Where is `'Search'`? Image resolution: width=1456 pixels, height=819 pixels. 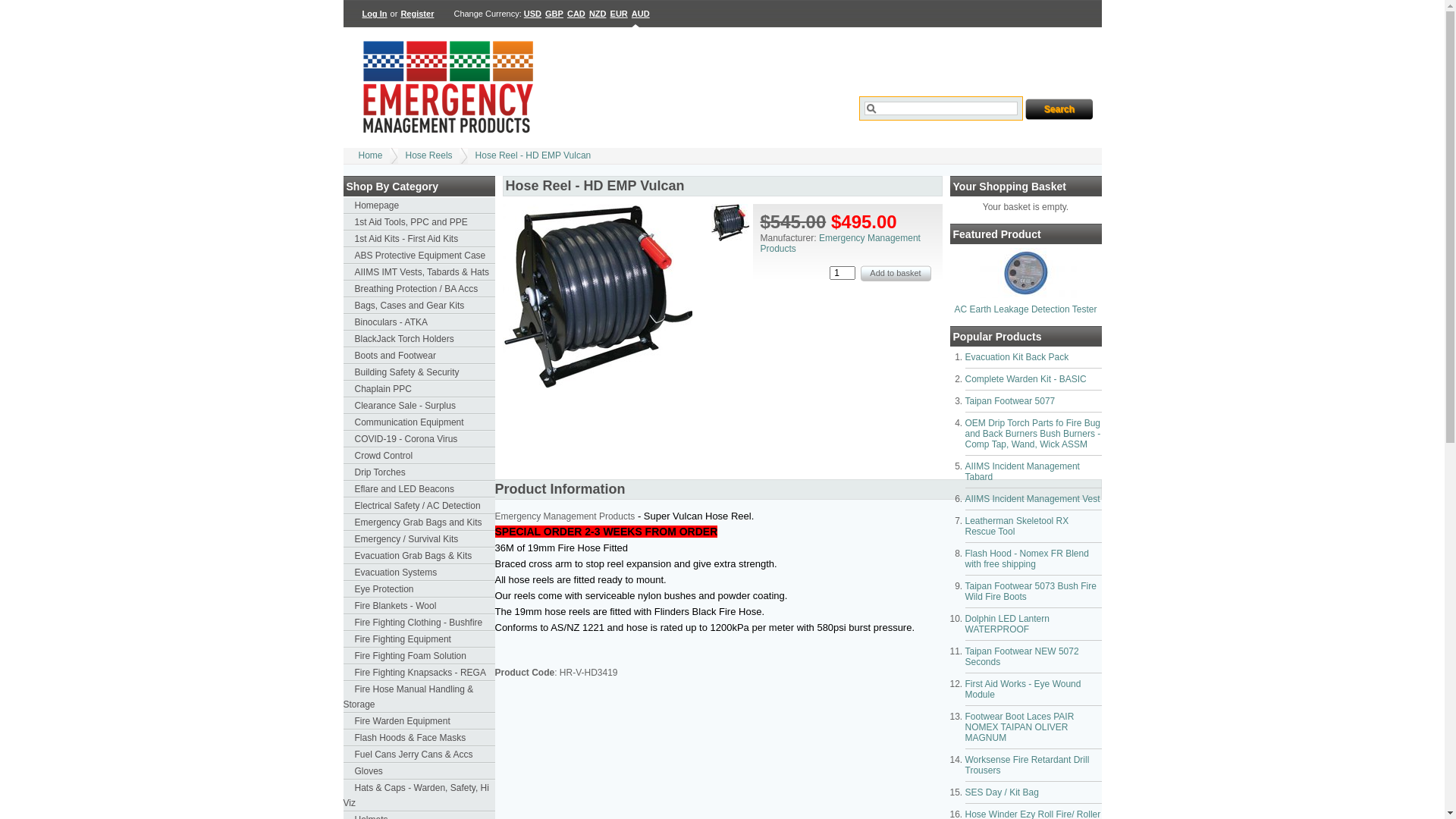
'Search' is located at coordinates (1058, 108).